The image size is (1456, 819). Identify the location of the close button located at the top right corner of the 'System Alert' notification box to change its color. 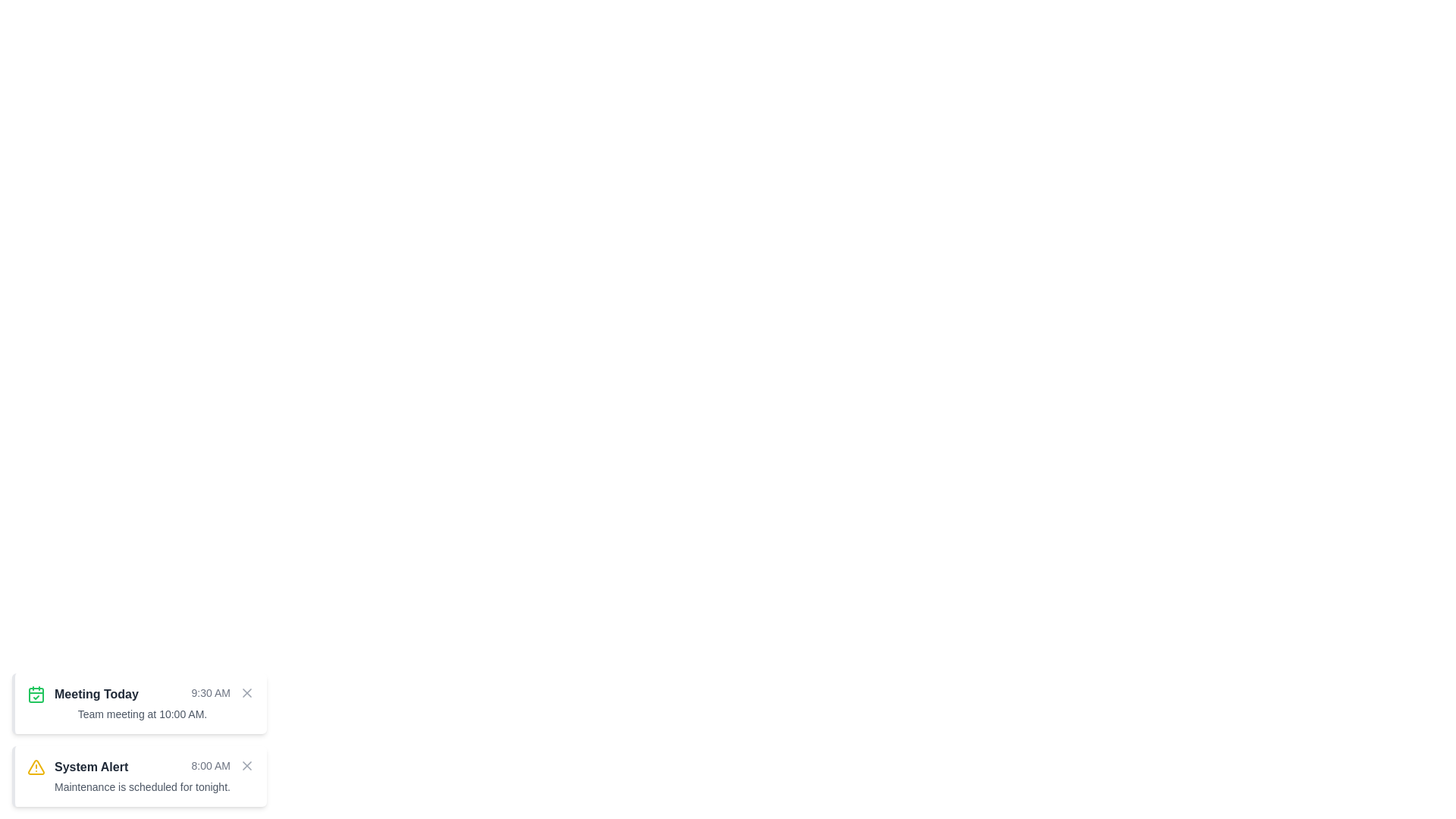
(247, 766).